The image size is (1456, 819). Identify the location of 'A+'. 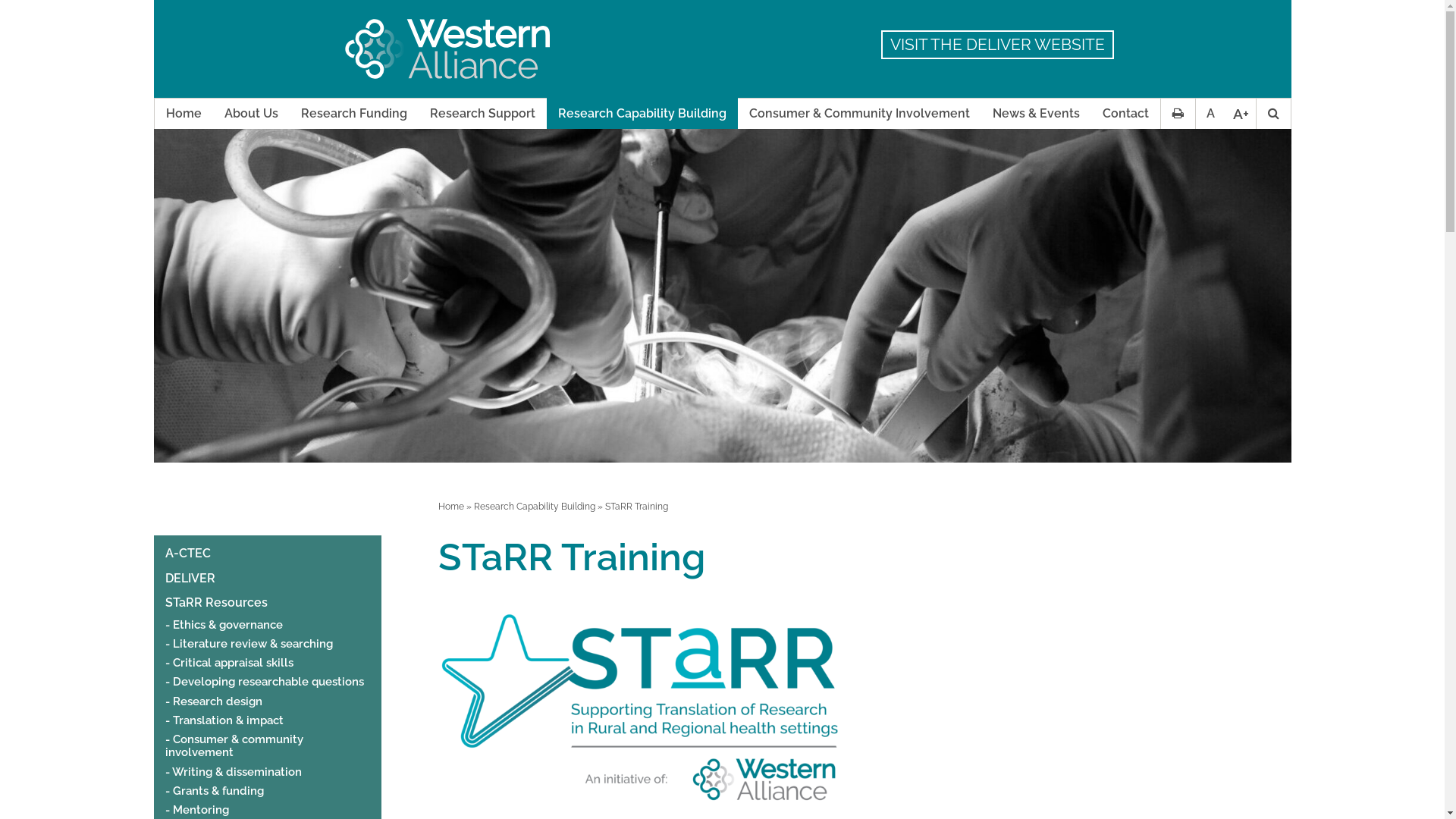
(1241, 113).